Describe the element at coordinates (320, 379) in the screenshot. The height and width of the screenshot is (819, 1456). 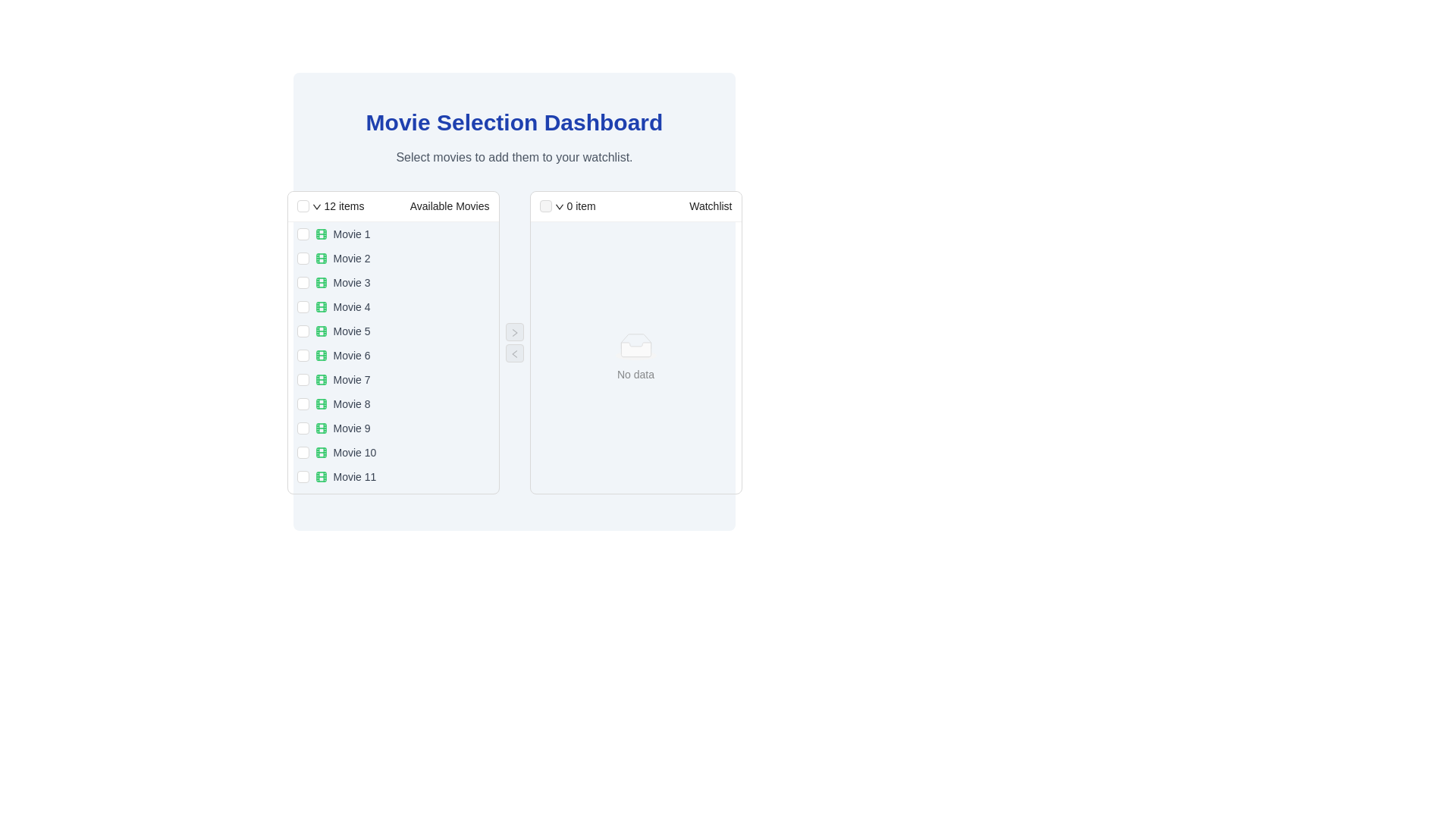
I see `the inner rectangular component of the film roll icon associated with 'Movie 7', which is positioned seventh in the 'Available Movies' list on the left panel` at that location.